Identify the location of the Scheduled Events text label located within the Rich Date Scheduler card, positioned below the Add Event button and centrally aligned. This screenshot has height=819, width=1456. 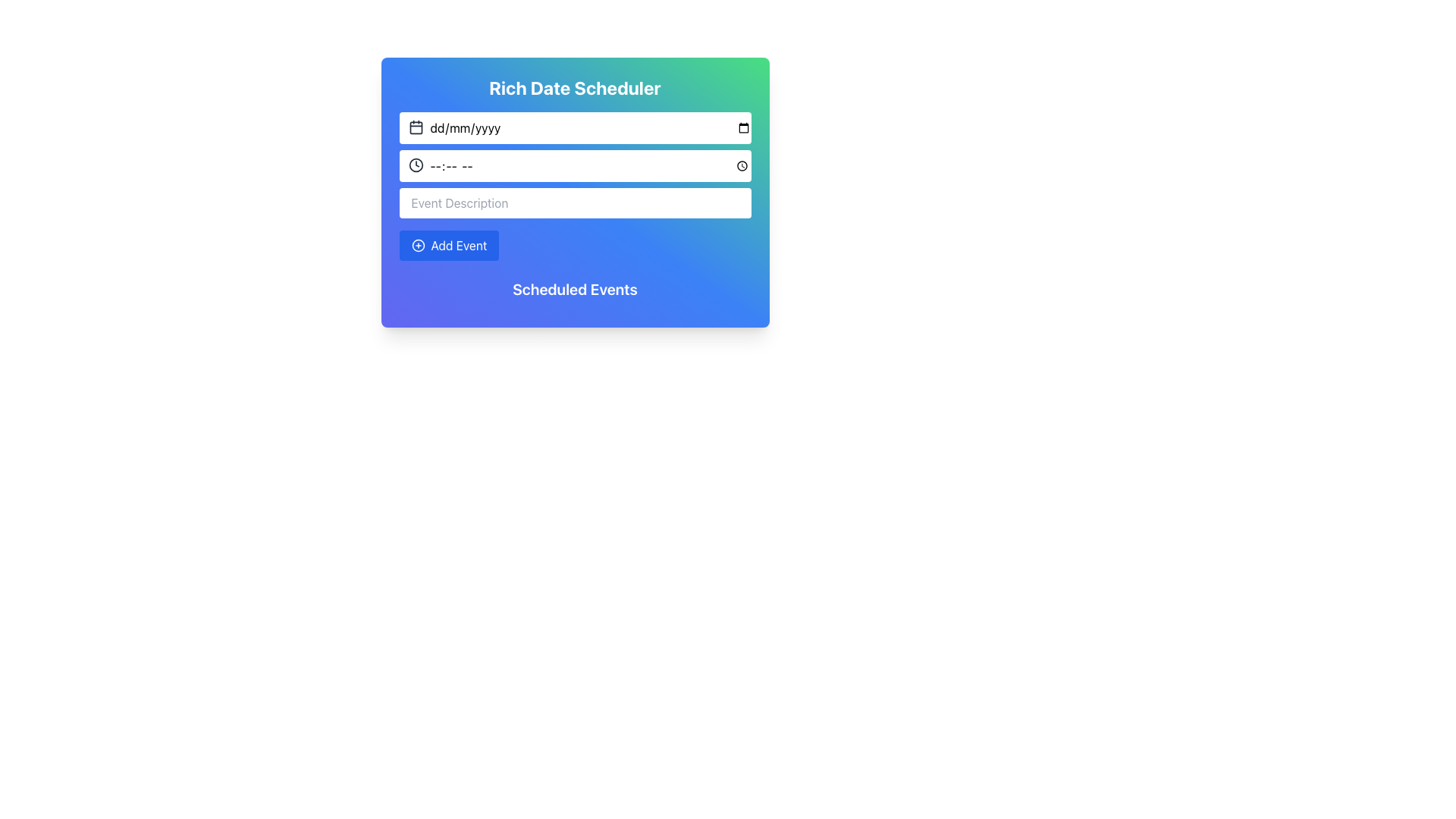
(574, 289).